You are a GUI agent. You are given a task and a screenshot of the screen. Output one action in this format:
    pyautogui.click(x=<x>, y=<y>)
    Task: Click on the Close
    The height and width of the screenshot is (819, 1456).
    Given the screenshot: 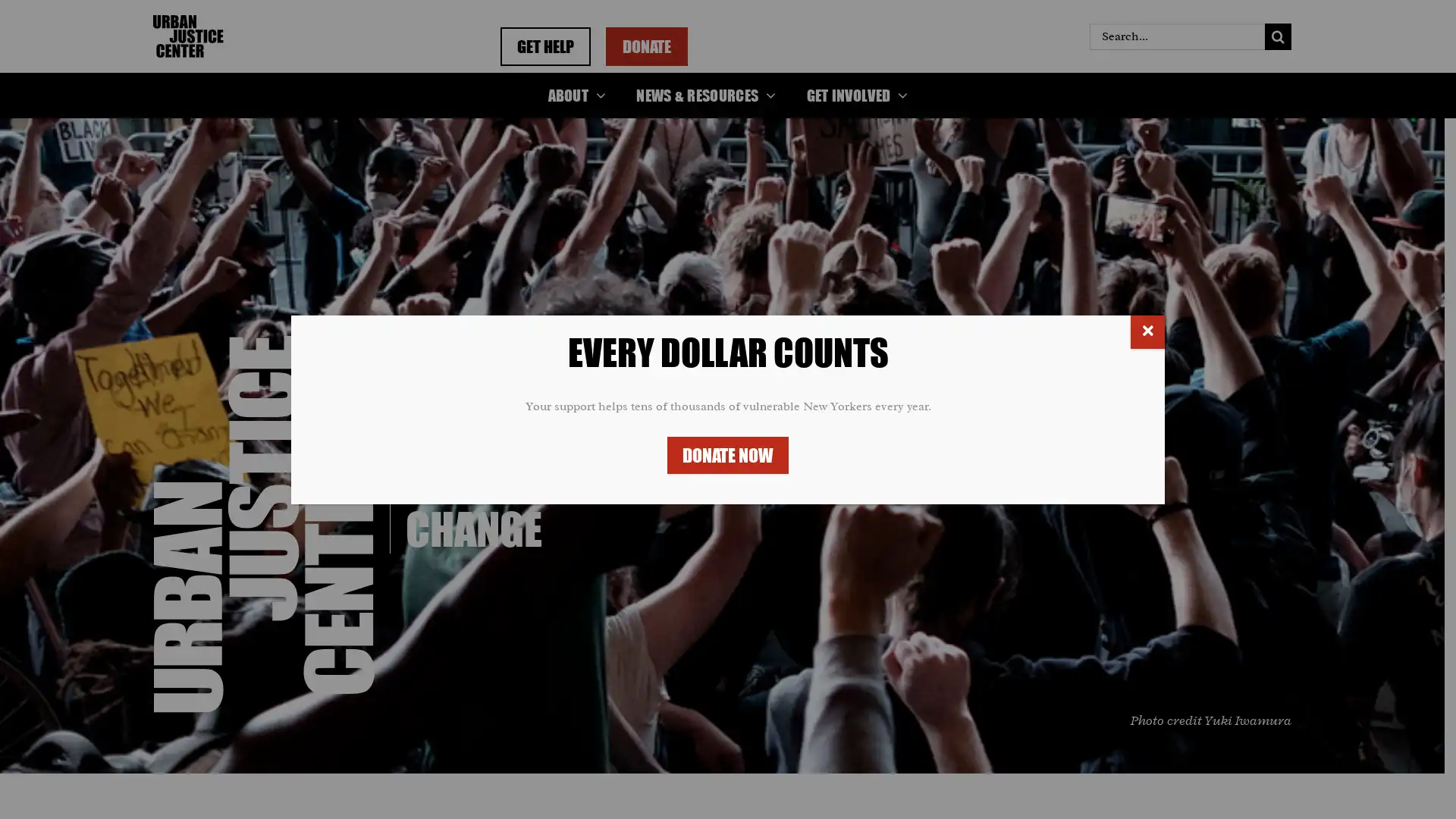 What is the action you would take?
    pyautogui.click(x=1147, y=330)
    